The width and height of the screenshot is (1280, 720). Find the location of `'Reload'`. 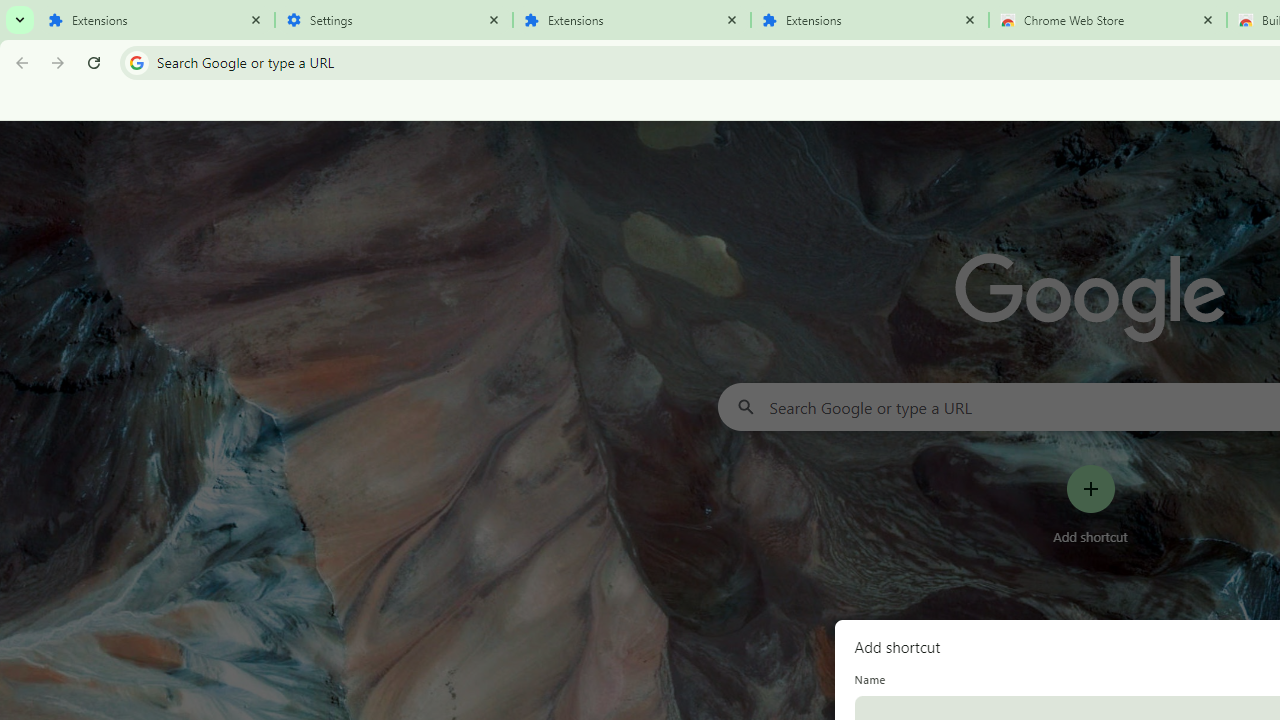

'Reload' is located at coordinates (93, 61).